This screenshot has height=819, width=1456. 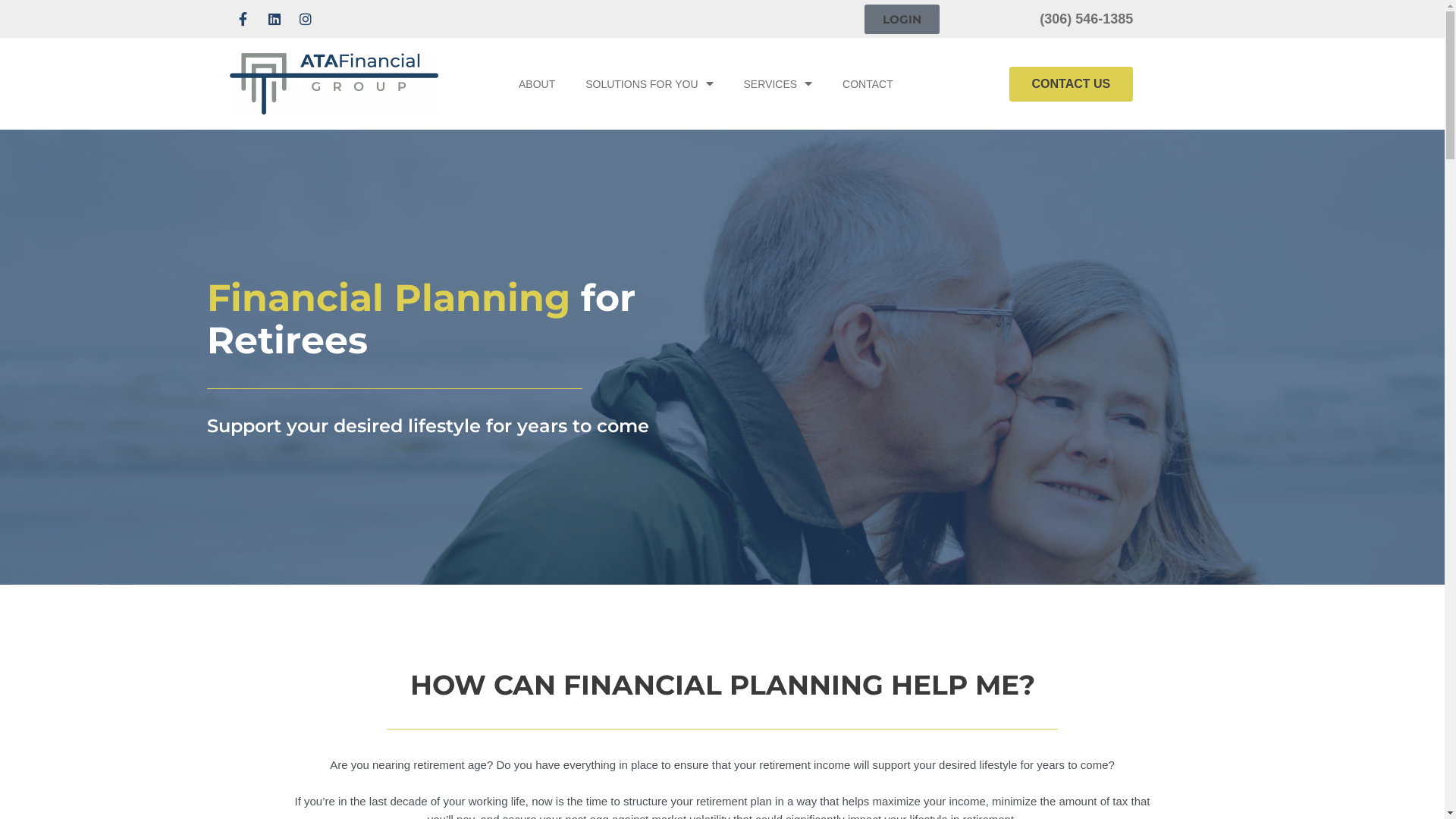 What do you see at coordinates (1070, 84) in the screenshot?
I see `'CONTACT US'` at bounding box center [1070, 84].